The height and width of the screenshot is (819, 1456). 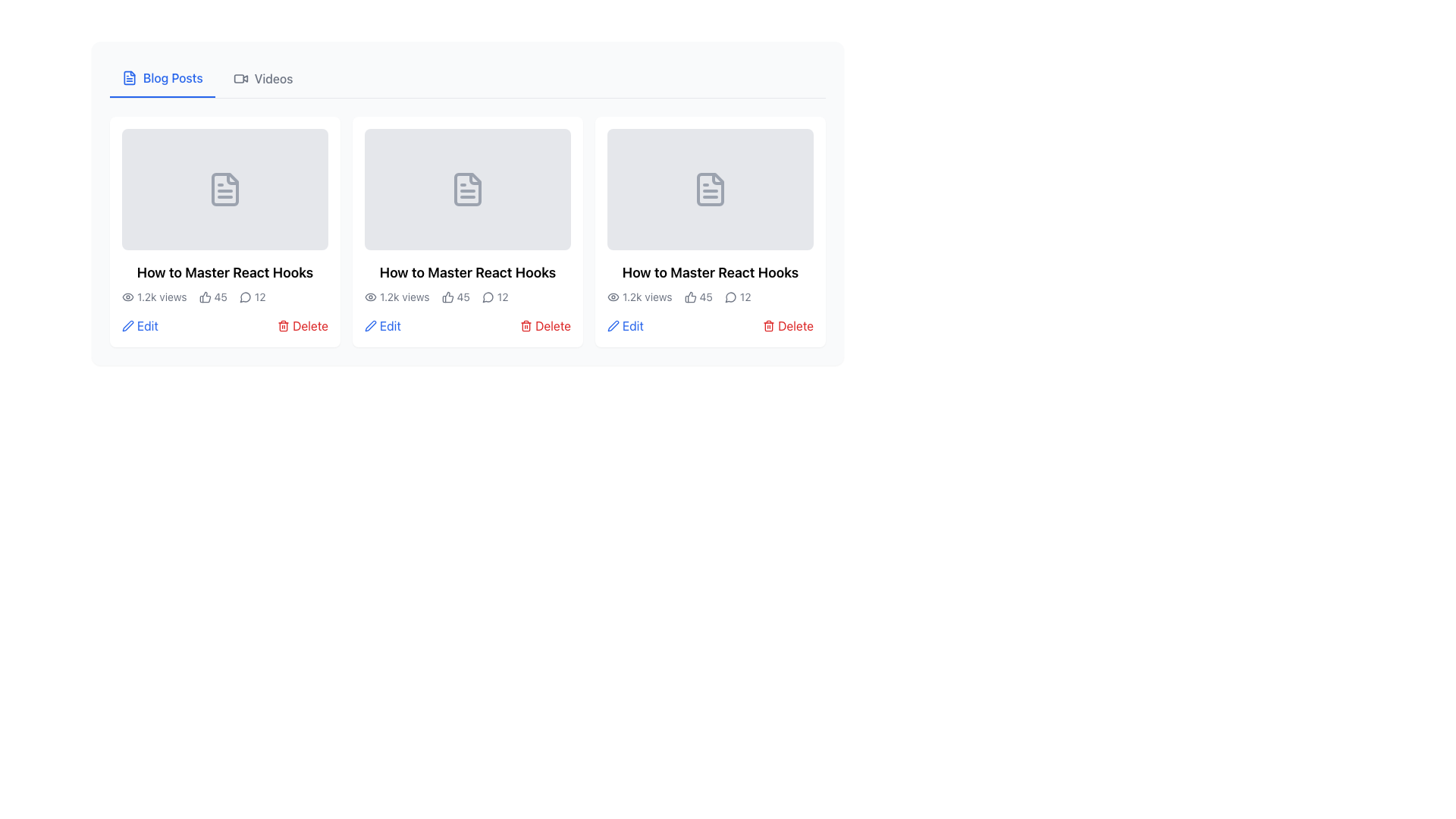 I want to click on the decorative document icon located at the top of the first card under the 'Blog Posts' section, above the 'How to Master React Hooks' heading, so click(x=224, y=189).